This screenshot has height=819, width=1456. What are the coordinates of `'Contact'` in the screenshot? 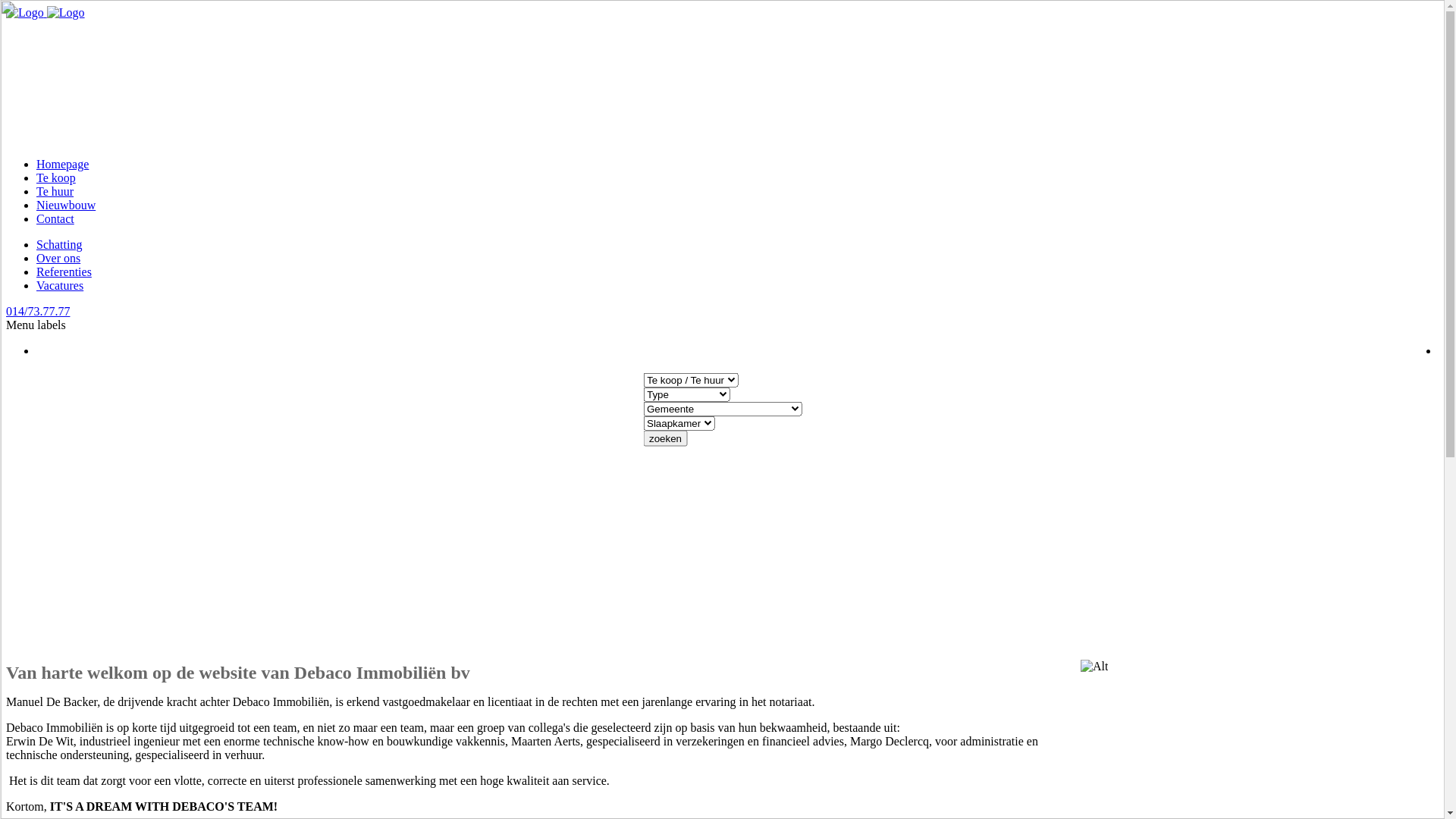 It's located at (55, 218).